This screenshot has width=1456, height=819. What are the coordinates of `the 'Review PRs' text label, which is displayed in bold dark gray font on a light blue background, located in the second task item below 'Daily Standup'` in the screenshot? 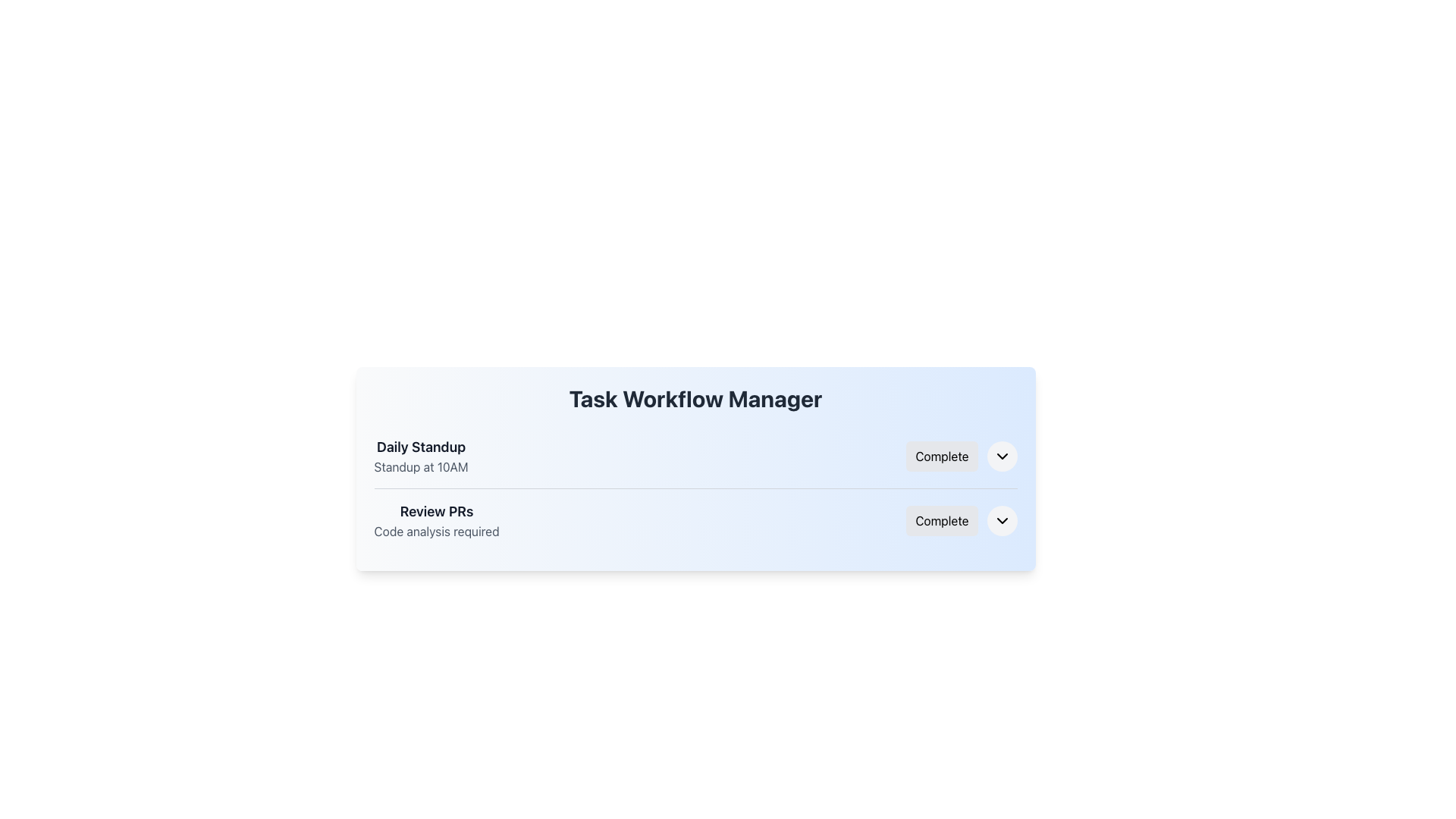 It's located at (436, 512).